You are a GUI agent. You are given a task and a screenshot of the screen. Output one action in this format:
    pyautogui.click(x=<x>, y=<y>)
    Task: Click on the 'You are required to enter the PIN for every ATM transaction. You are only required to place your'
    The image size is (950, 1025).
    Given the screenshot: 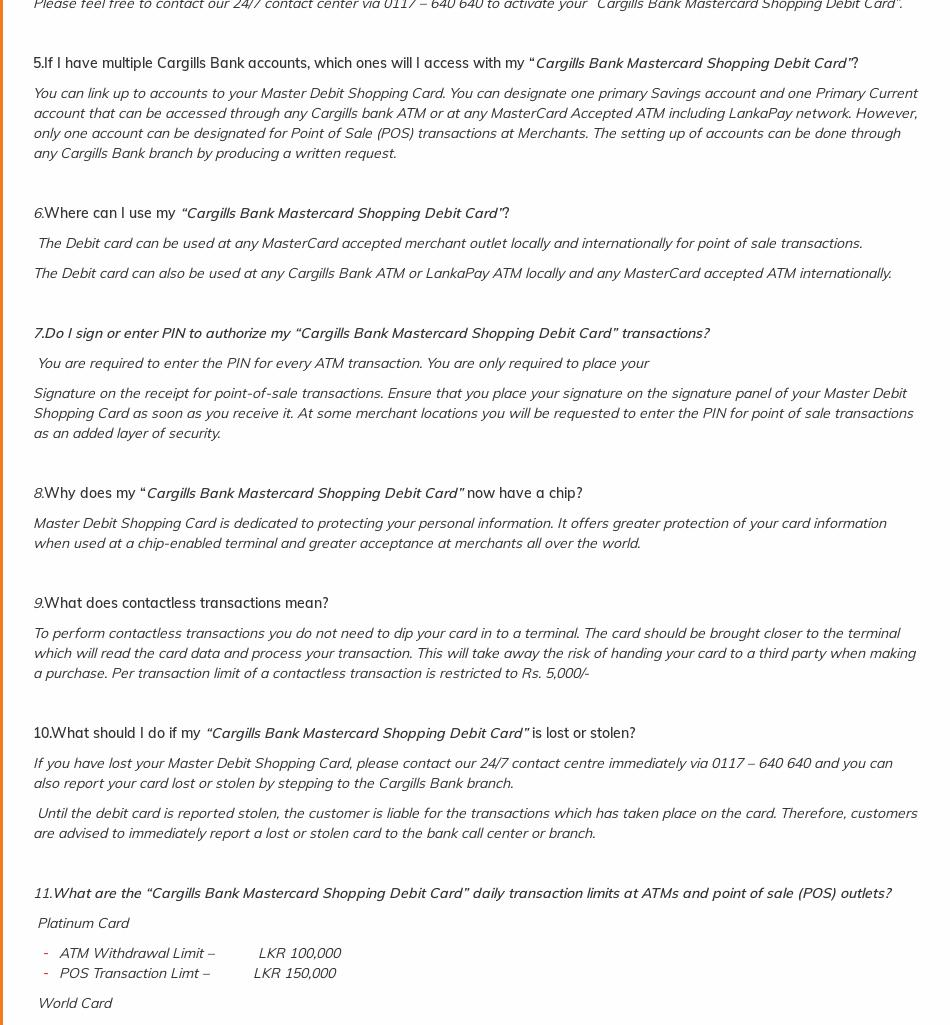 What is the action you would take?
    pyautogui.click(x=339, y=361)
    